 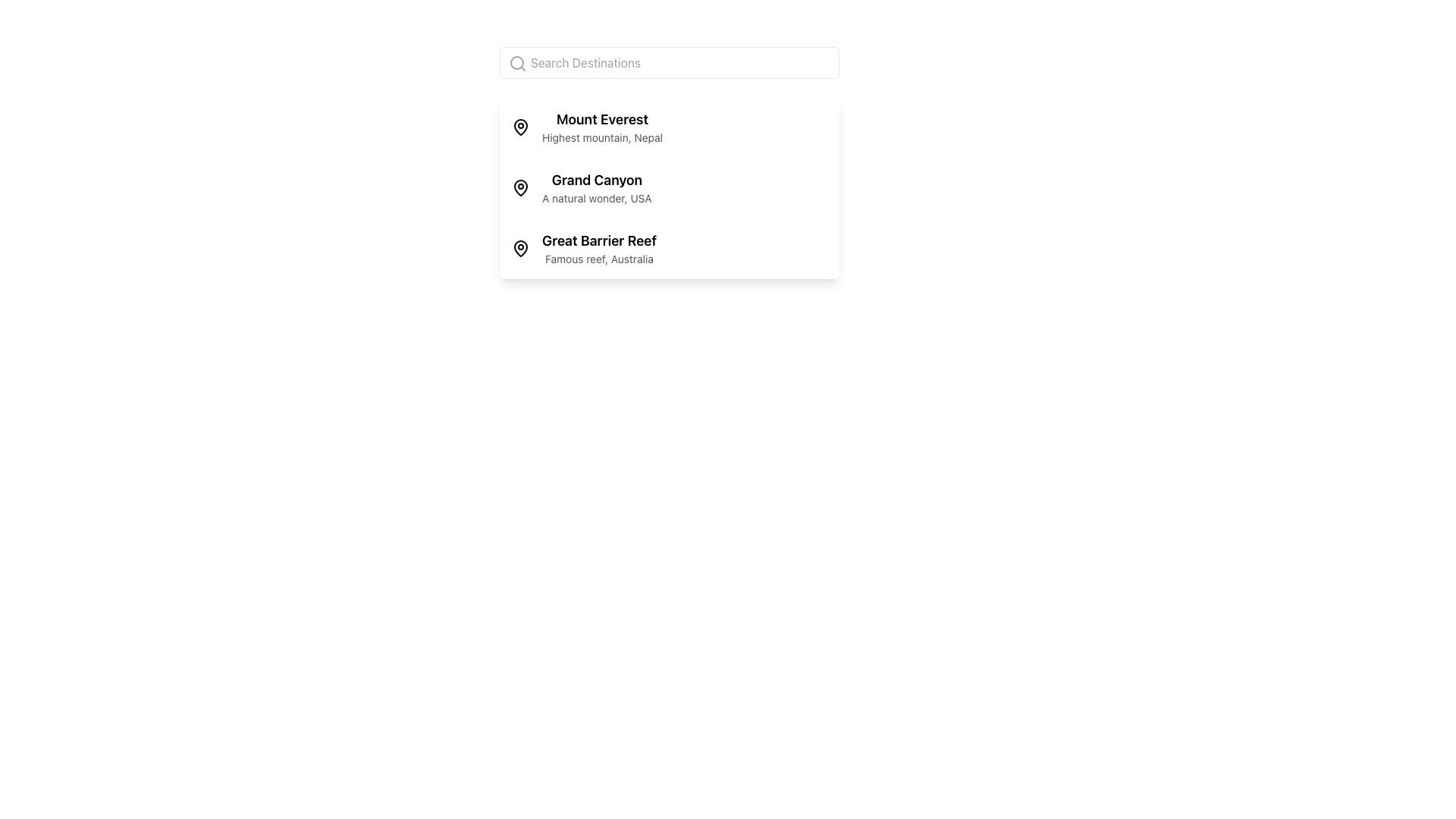 What do you see at coordinates (601, 119) in the screenshot?
I see `text 'Mount Everest' which serves as the title of the first destination entry in the vertical list` at bounding box center [601, 119].